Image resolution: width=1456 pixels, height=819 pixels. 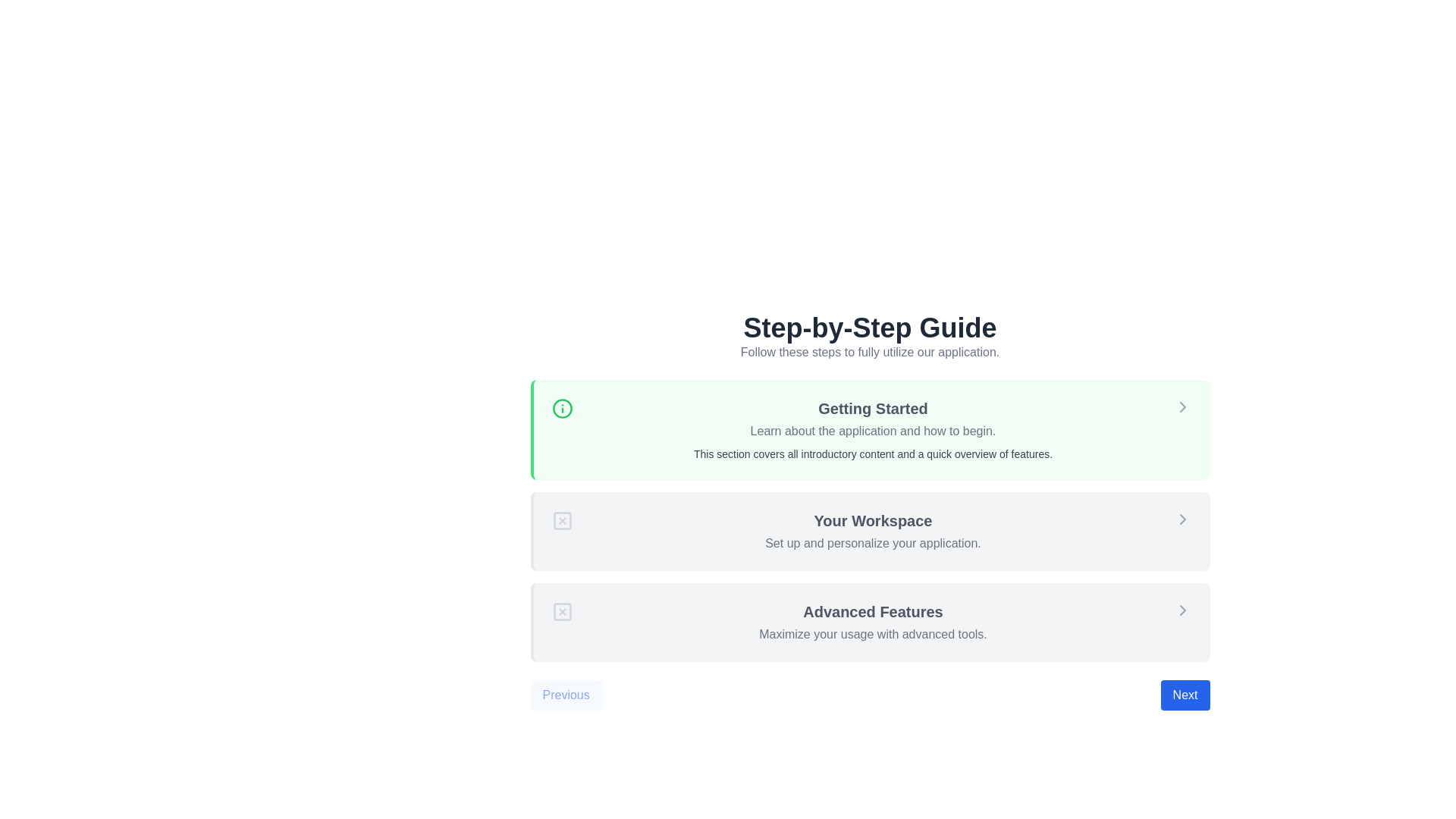 What do you see at coordinates (1181, 519) in the screenshot?
I see `the right-pointing chevron icon styled in light gray, located at the far right of the 'Your Workspace' section in the step-by-step guide, to possibly show visual feedback` at bounding box center [1181, 519].